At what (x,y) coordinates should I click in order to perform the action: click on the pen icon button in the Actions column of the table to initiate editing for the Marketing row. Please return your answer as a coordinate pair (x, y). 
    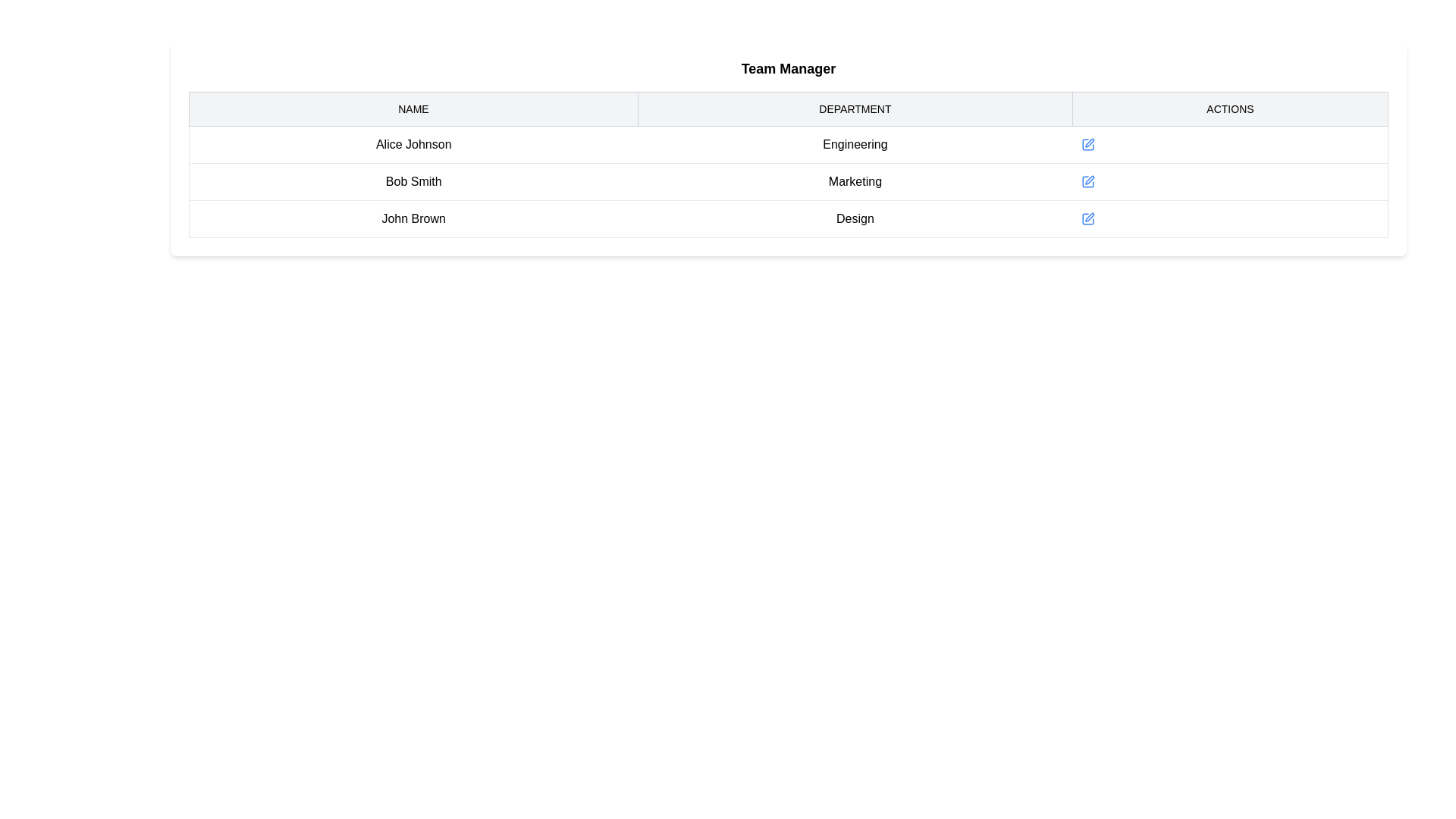
    Looking at the image, I should click on (1087, 180).